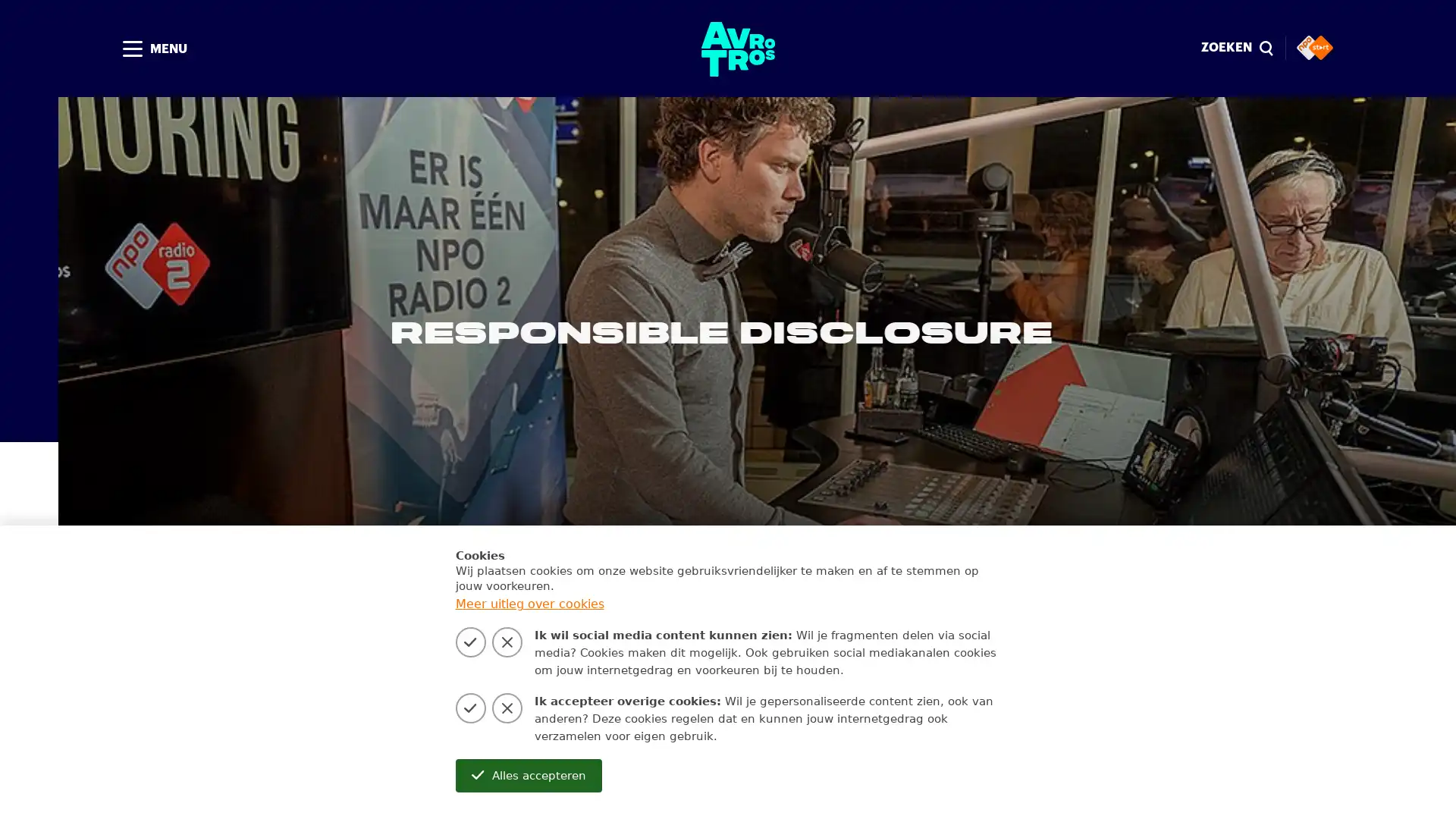 This screenshot has width=1456, height=819. I want to click on Alles accepteren, so click(528, 775).